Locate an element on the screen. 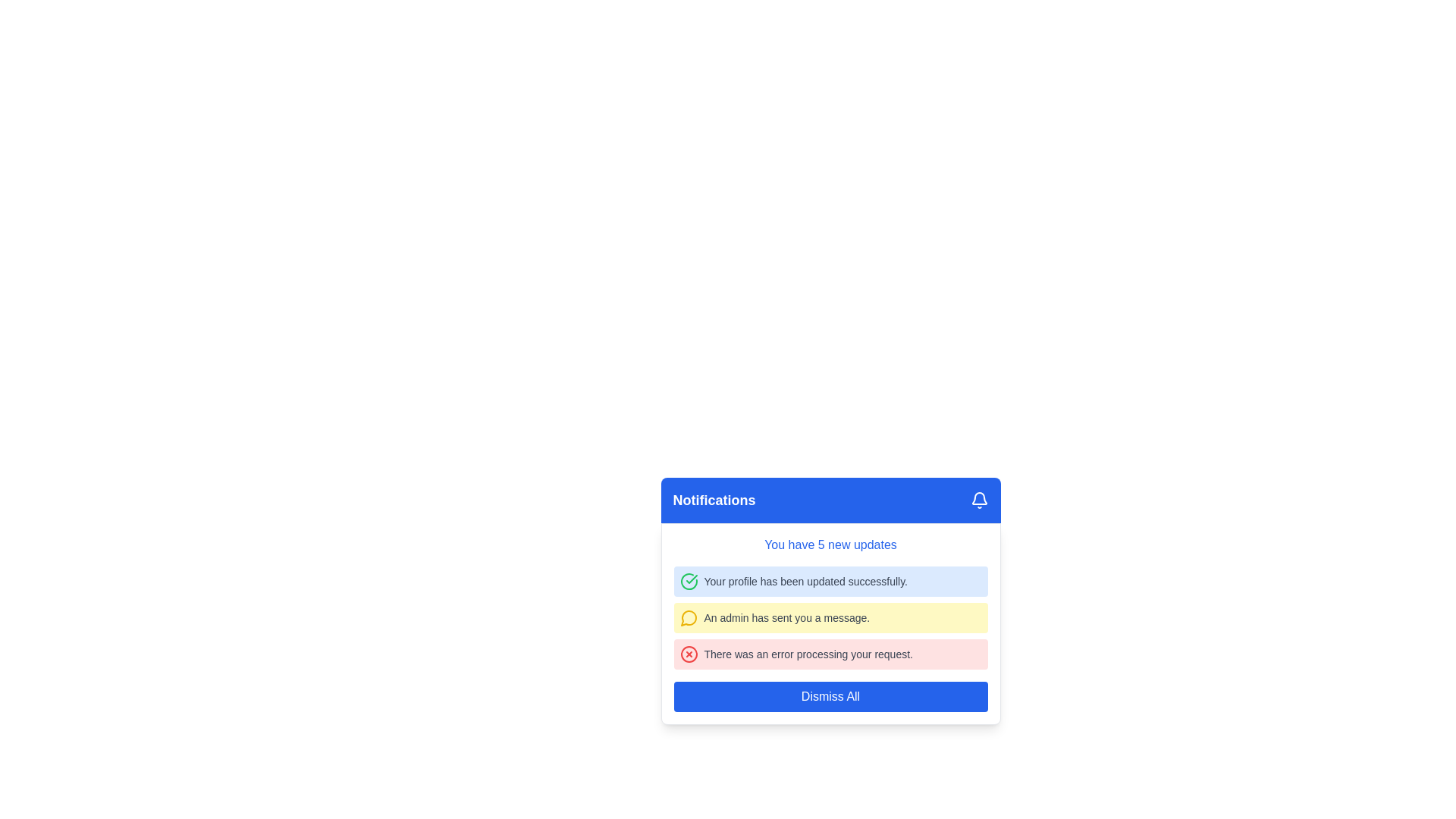 The height and width of the screenshot is (819, 1456). the individual notification items in the notification area, which is located below the title 'You have 5 new updates' is located at coordinates (830, 617).